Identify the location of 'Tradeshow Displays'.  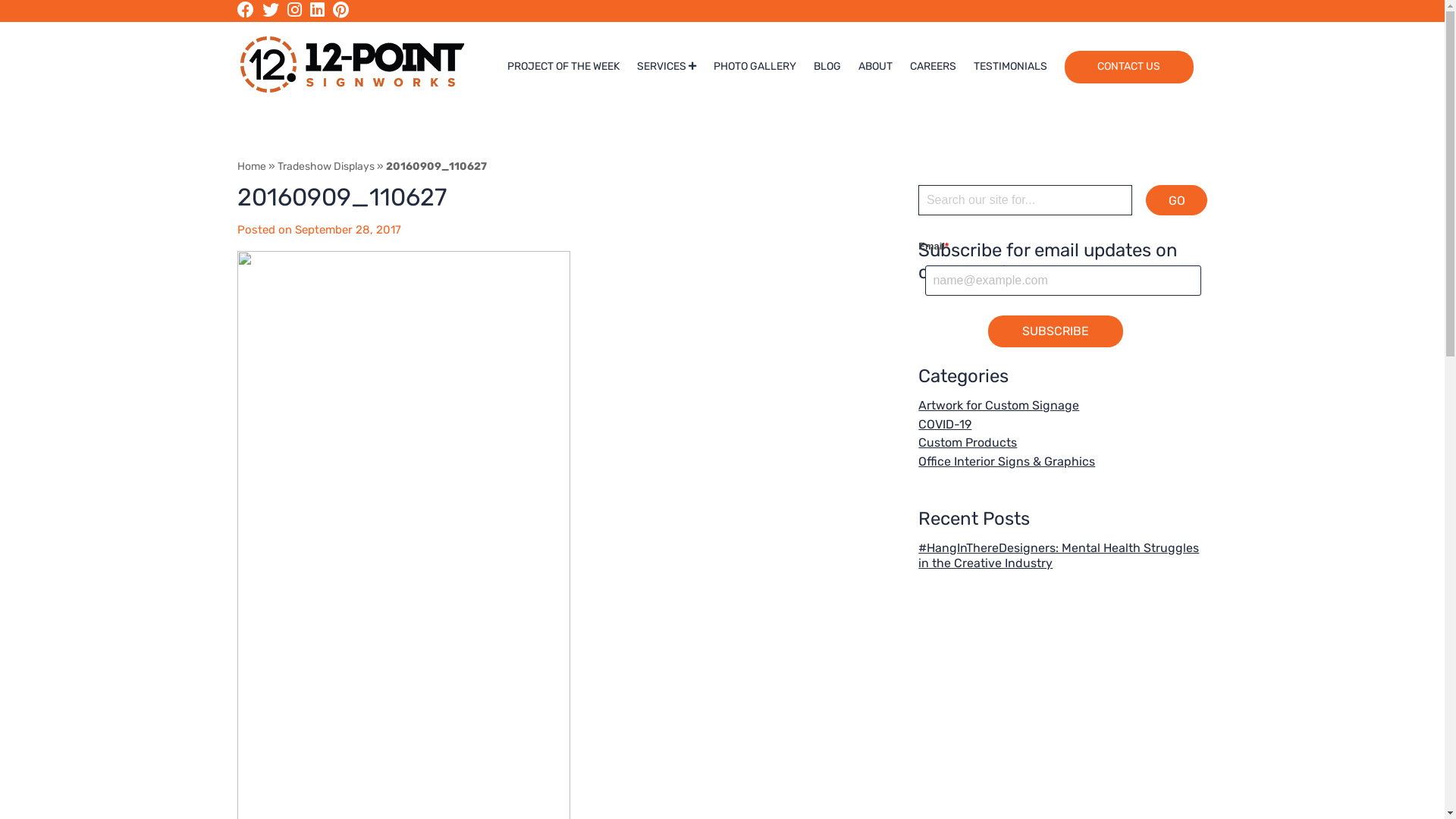
(325, 166).